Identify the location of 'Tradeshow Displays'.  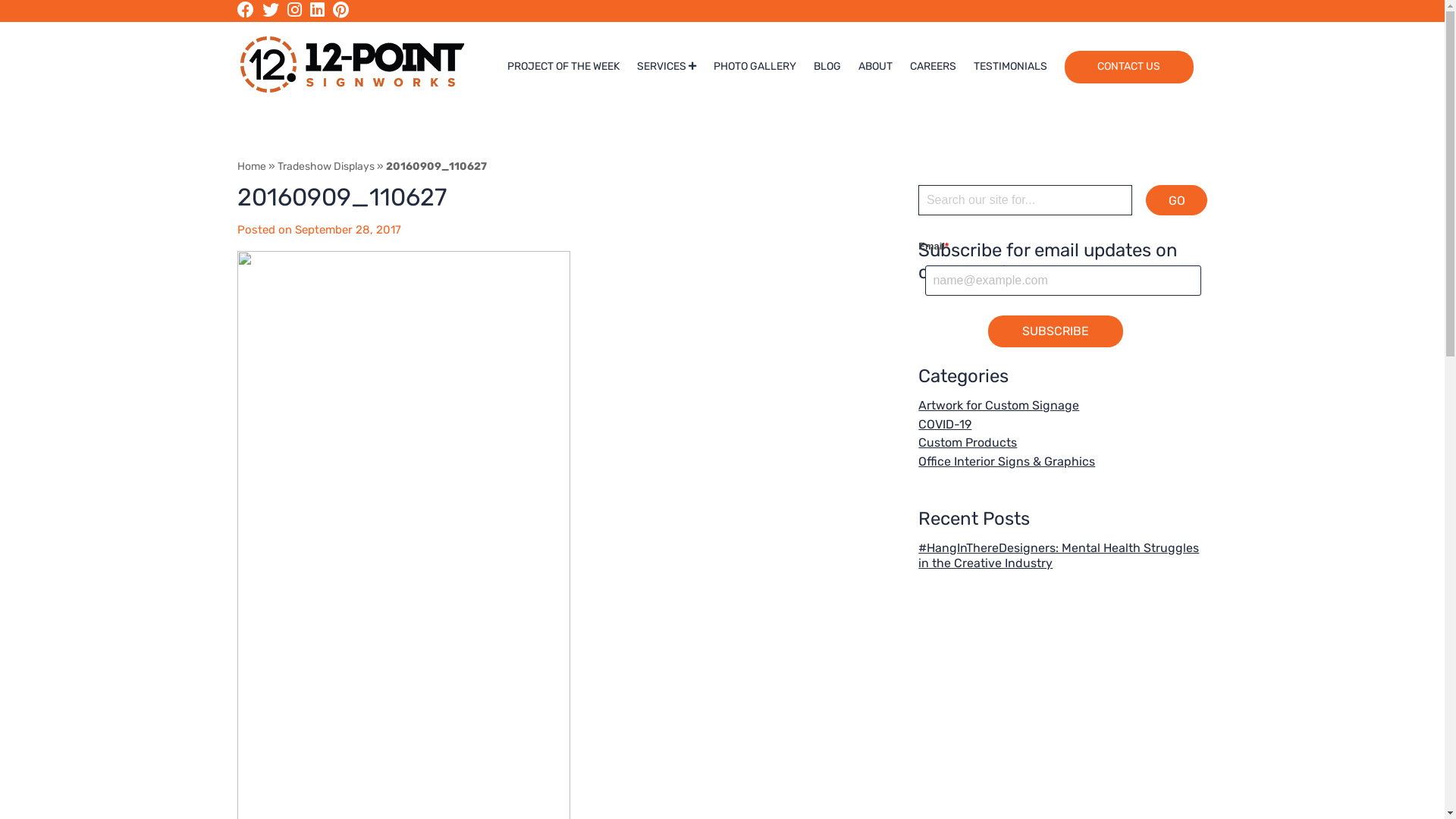
(325, 166).